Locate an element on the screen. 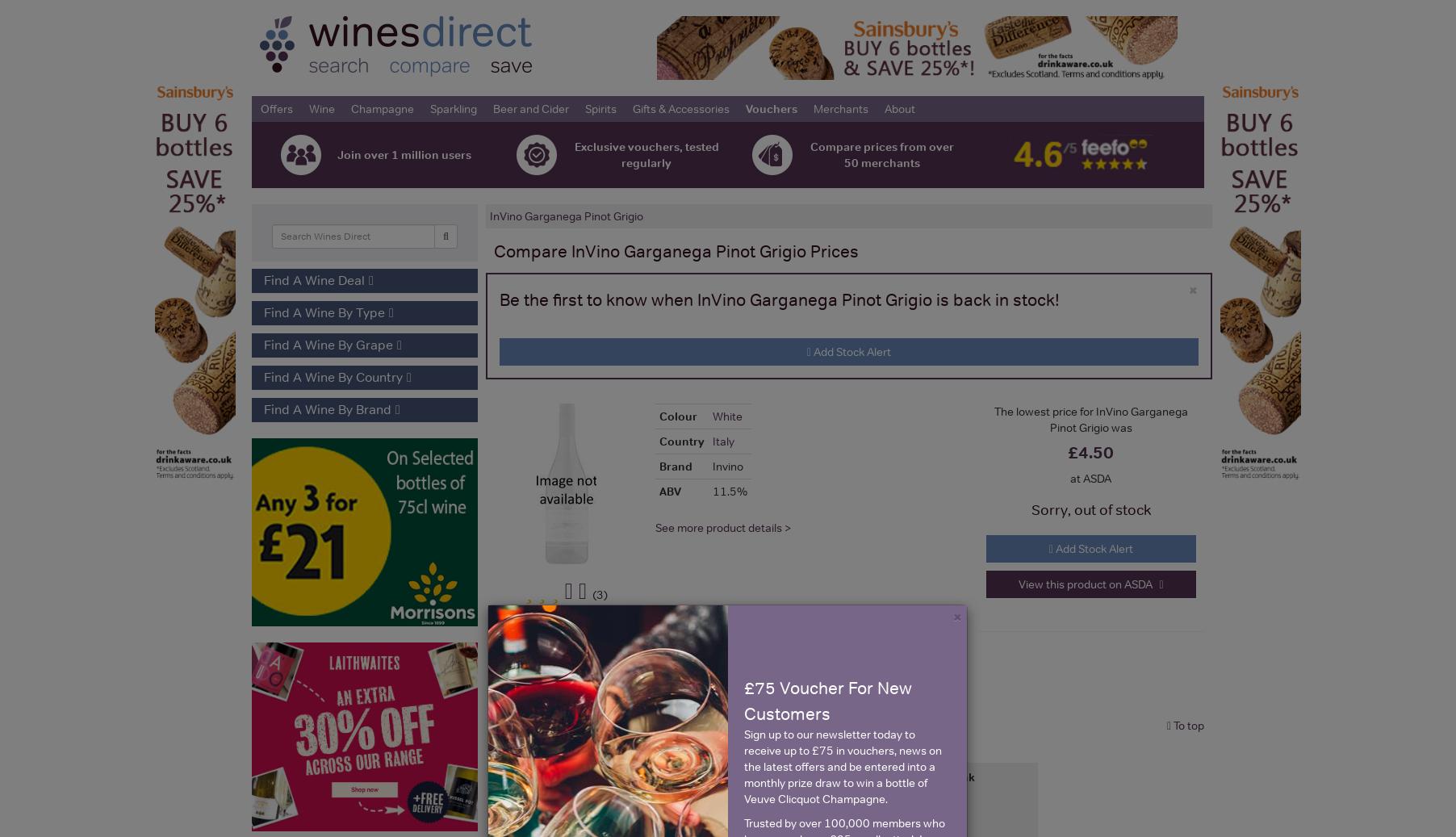 The image size is (1456, 837). 'Spirits' is located at coordinates (585, 108).